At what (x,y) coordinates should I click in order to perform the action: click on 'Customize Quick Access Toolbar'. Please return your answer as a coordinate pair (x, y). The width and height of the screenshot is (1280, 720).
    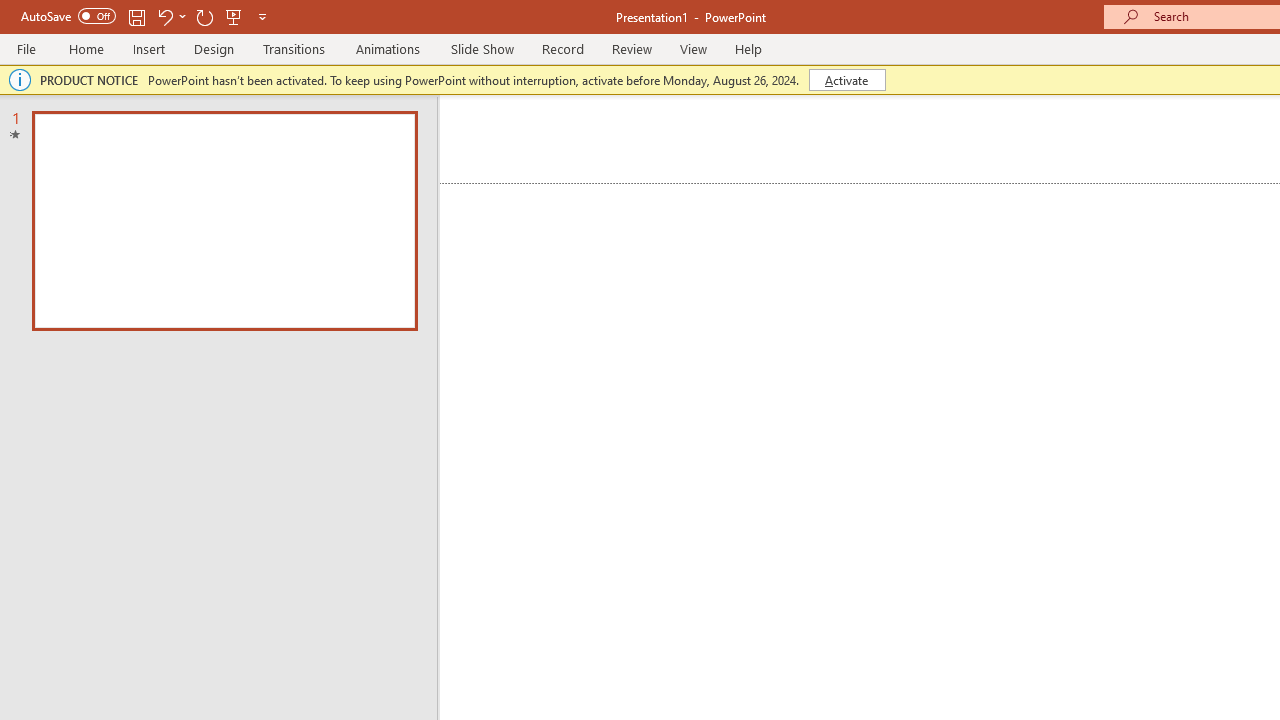
    Looking at the image, I should click on (262, 16).